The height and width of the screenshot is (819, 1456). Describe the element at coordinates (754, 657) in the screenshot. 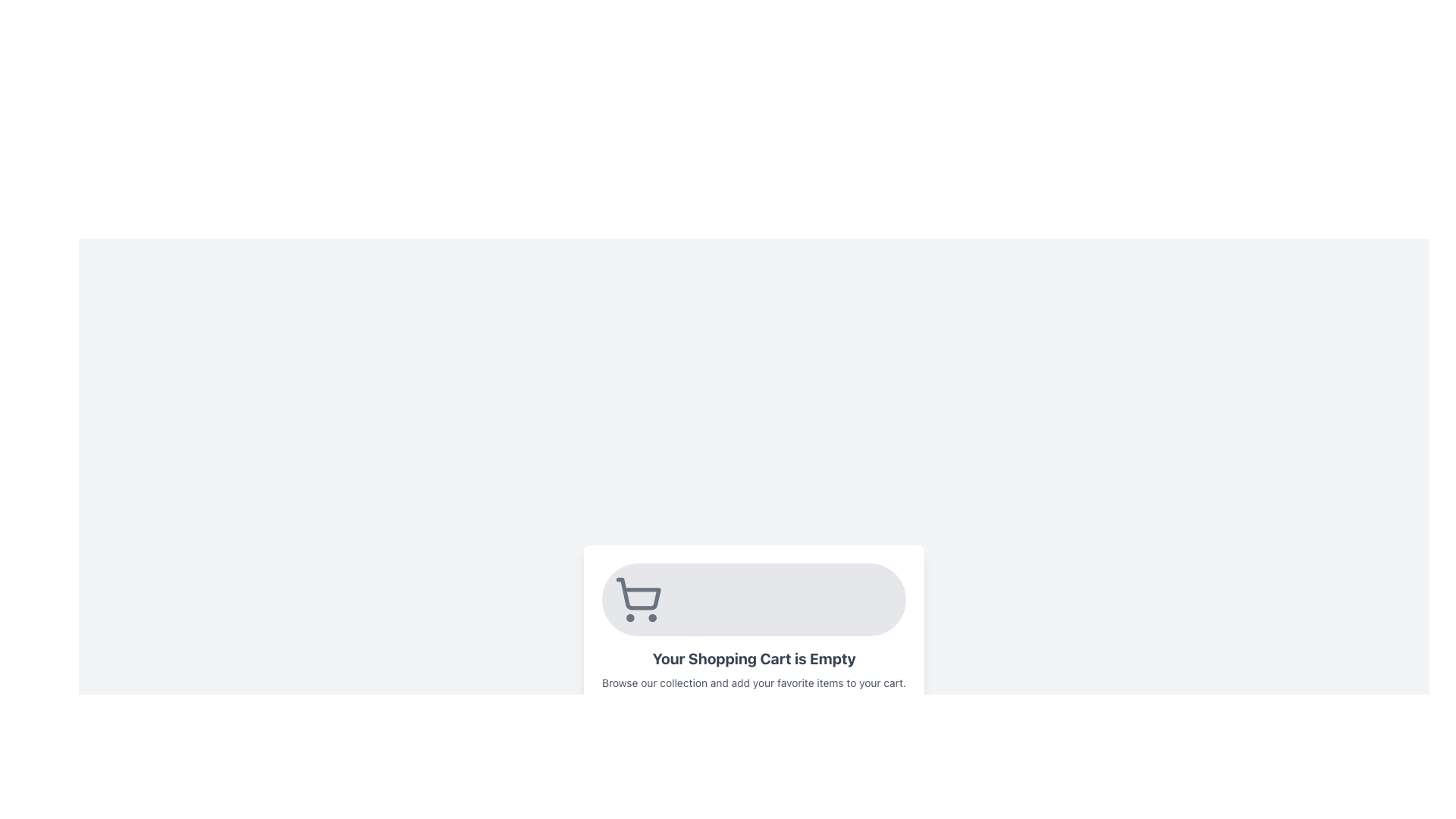

I see `the Text Label indicating that the shopping cart contains no items for accessibility purposes` at that location.